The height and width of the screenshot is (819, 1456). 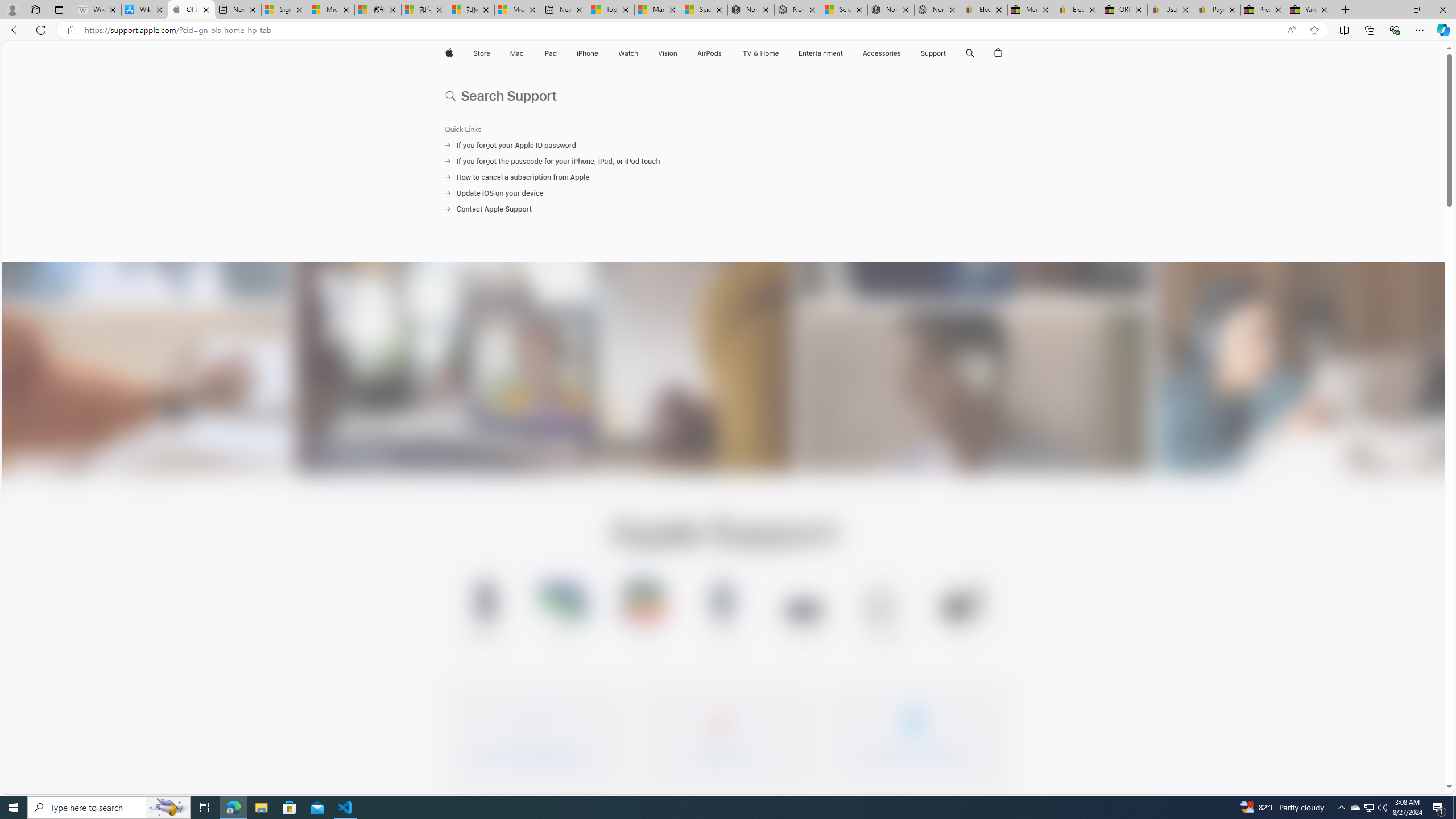 I want to click on 'iPad', so click(x=549, y=53).